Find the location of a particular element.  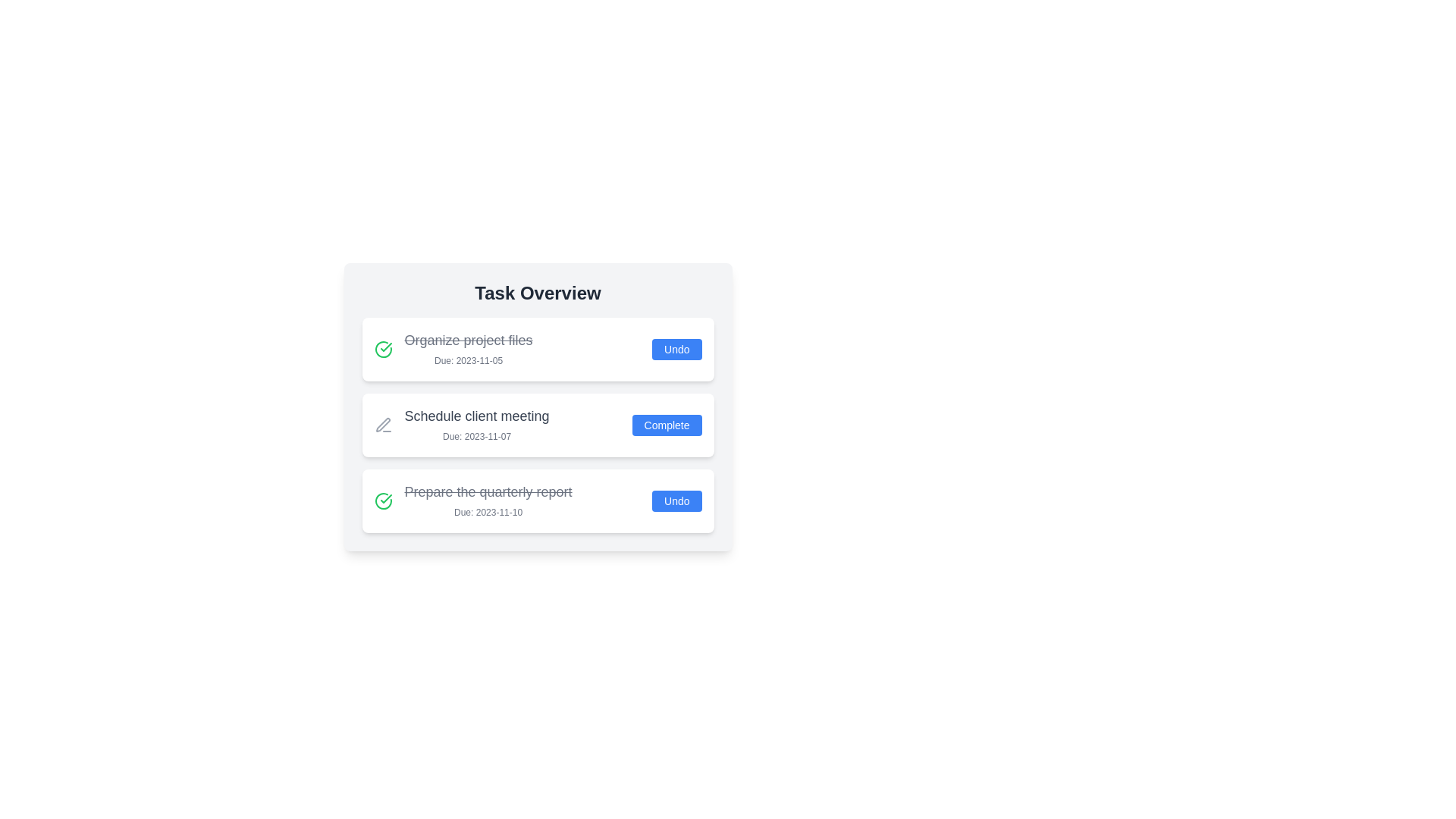

the button labeled Complete for the task Schedule client meeting is located at coordinates (667, 425).